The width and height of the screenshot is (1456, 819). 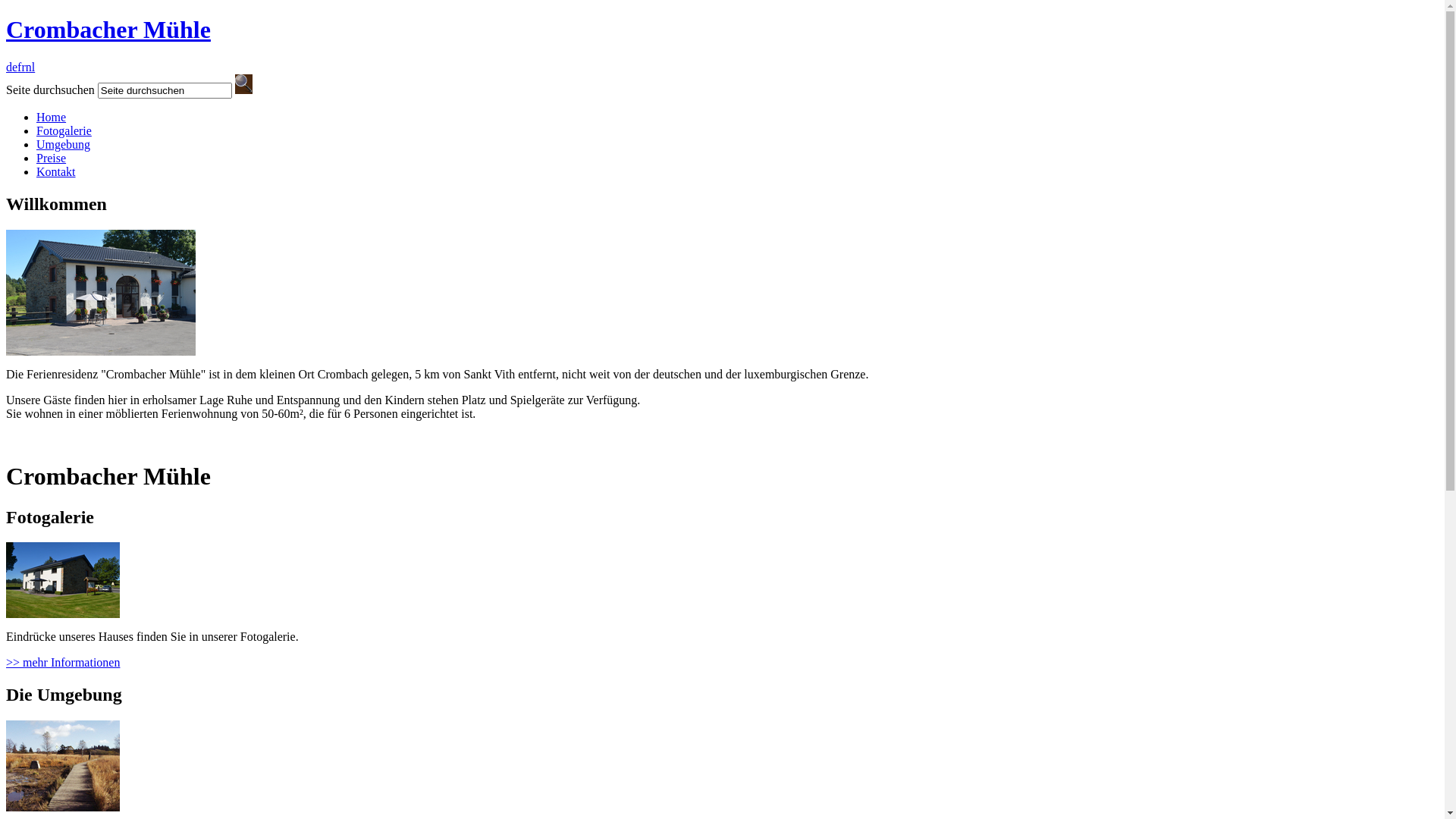 I want to click on '>> mehr Informationen', so click(x=6, y=661).